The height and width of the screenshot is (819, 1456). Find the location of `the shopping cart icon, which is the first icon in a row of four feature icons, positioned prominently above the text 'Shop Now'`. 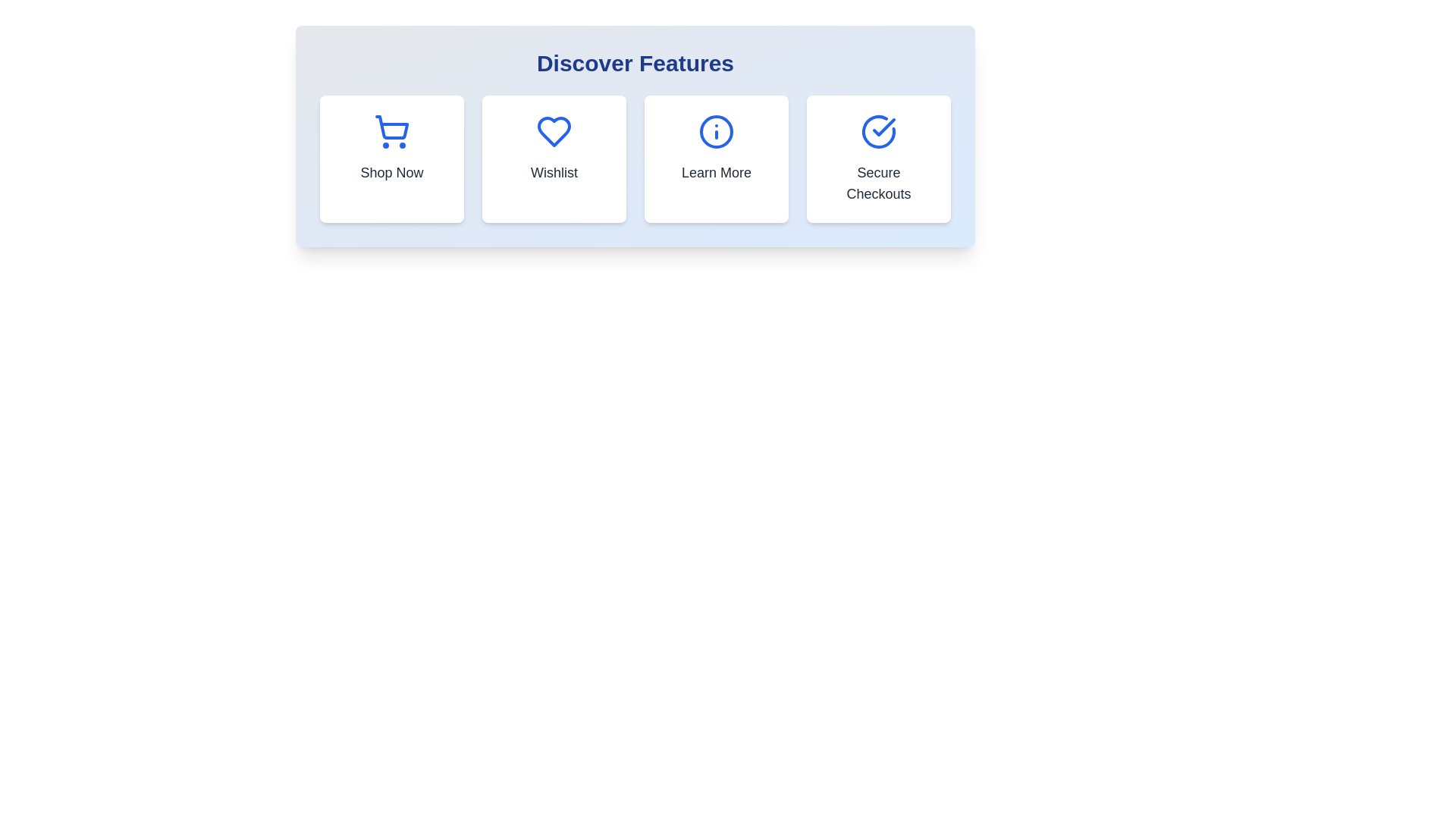

the shopping cart icon, which is the first icon in a row of four feature icons, positioned prominently above the text 'Shop Now' is located at coordinates (392, 127).